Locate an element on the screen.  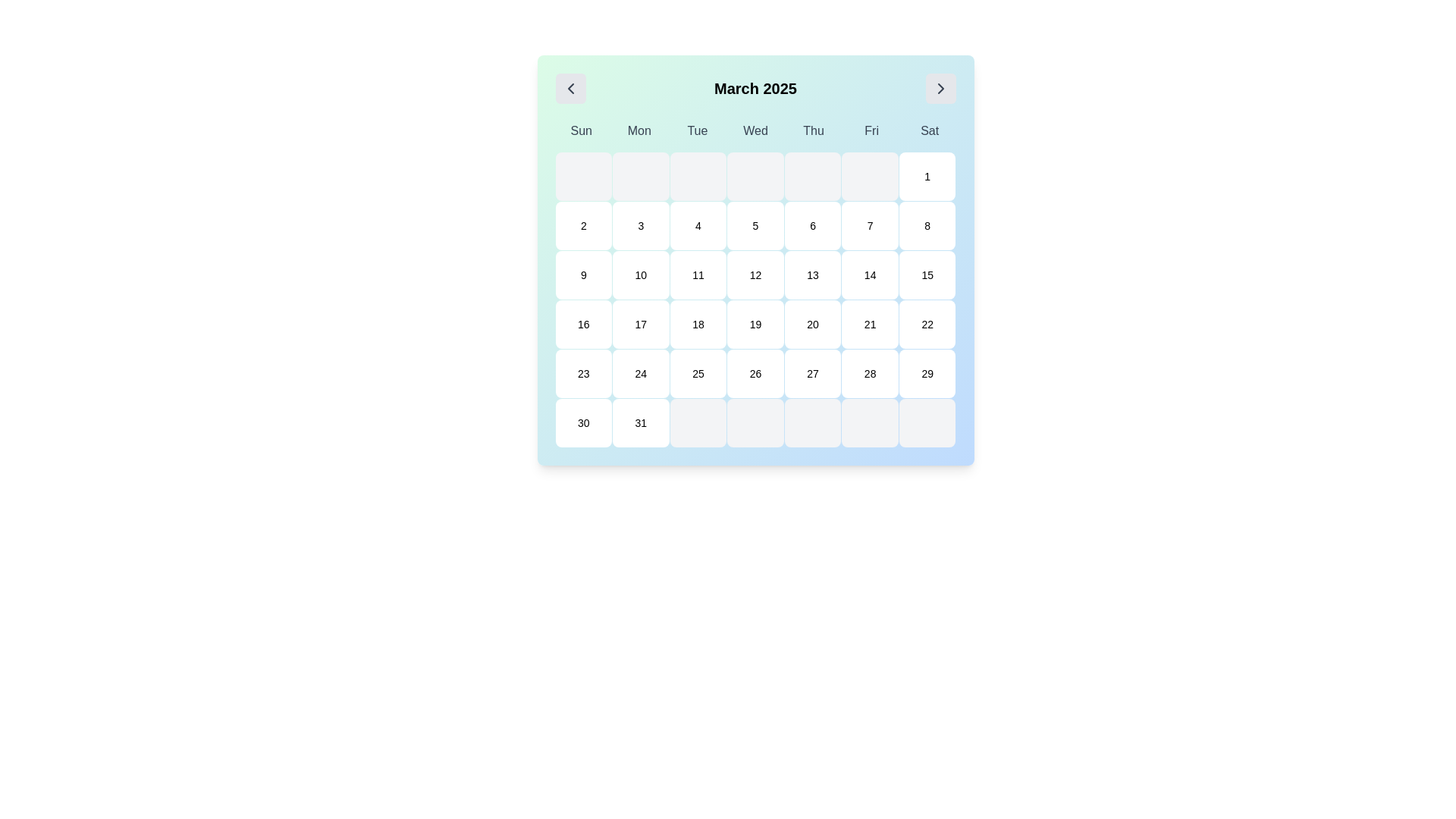
the square button displaying the number '9' in the calendar interface for March 2025 is located at coordinates (582, 275).